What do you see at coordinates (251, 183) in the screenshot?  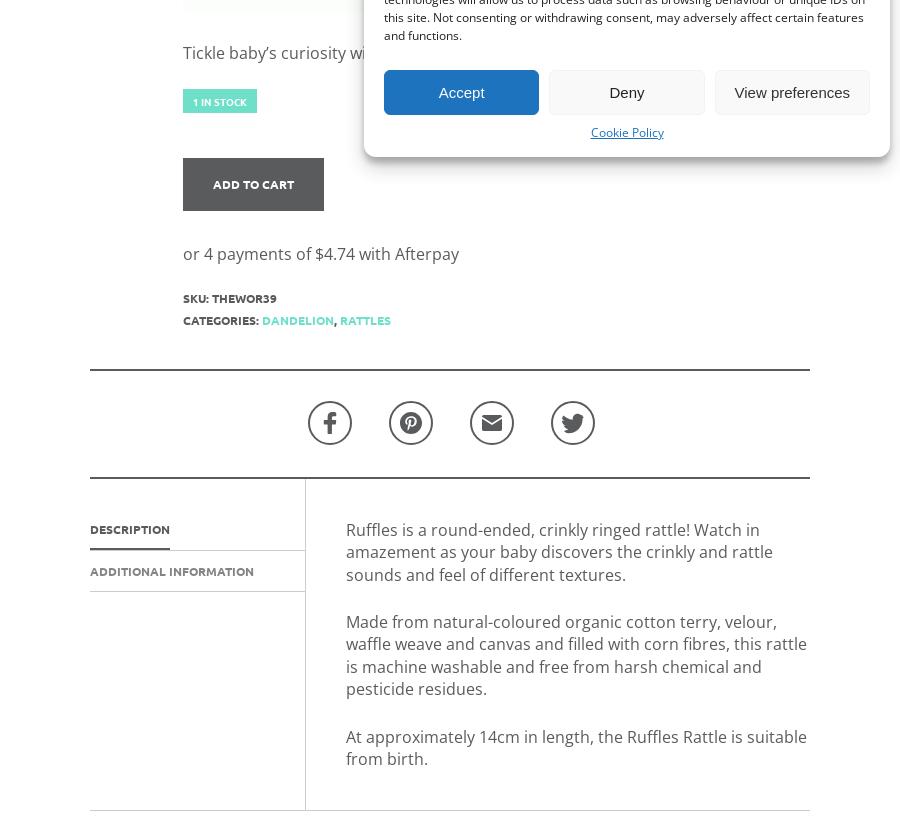 I see `'Add to cart'` at bounding box center [251, 183].